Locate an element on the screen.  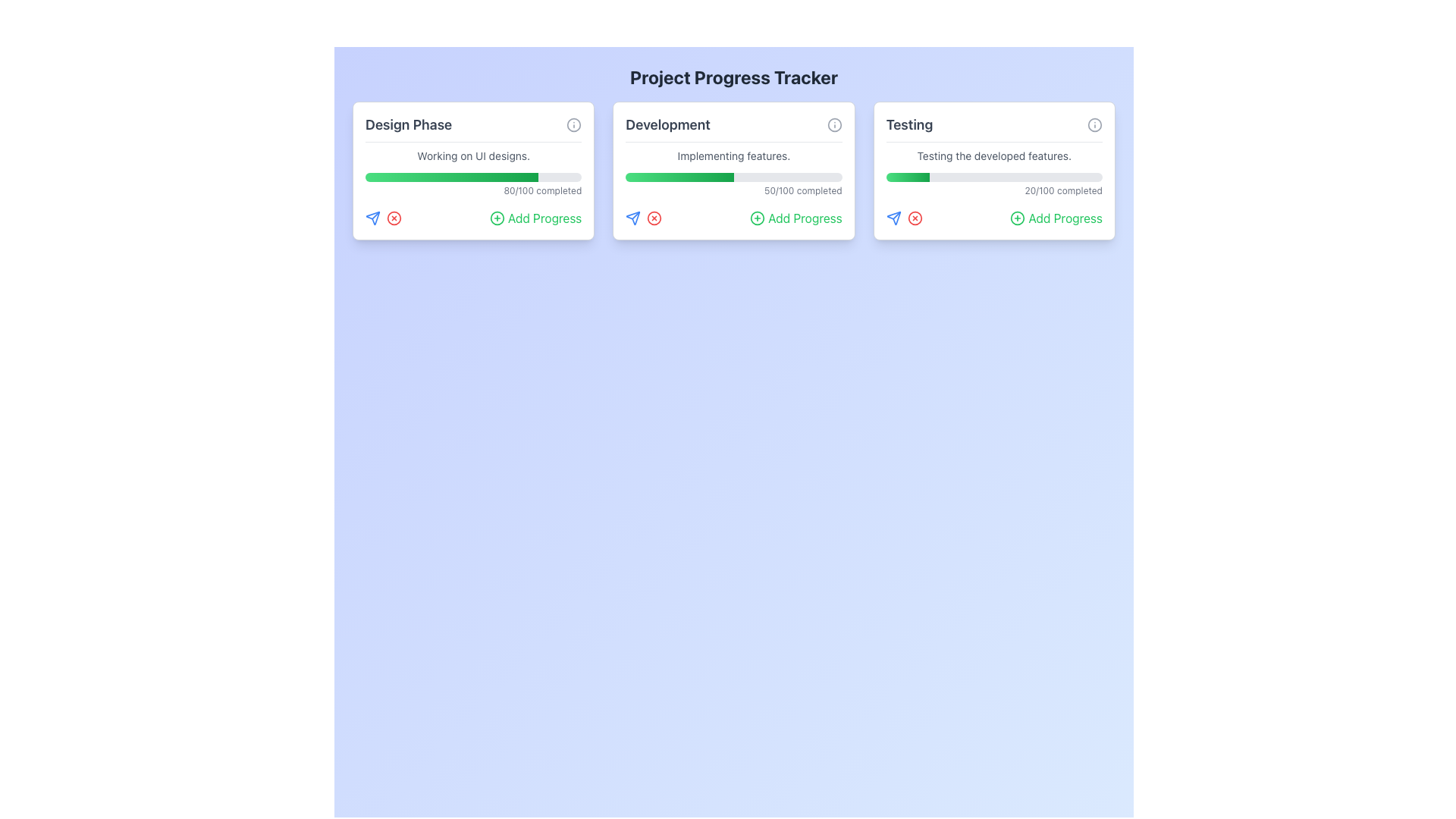
the progress bar located in the 'Development' card, which is positioned below the text 'Implementing features.' and above the percentage completion text '50/100 completed.' is located at coordinates (734, 177).